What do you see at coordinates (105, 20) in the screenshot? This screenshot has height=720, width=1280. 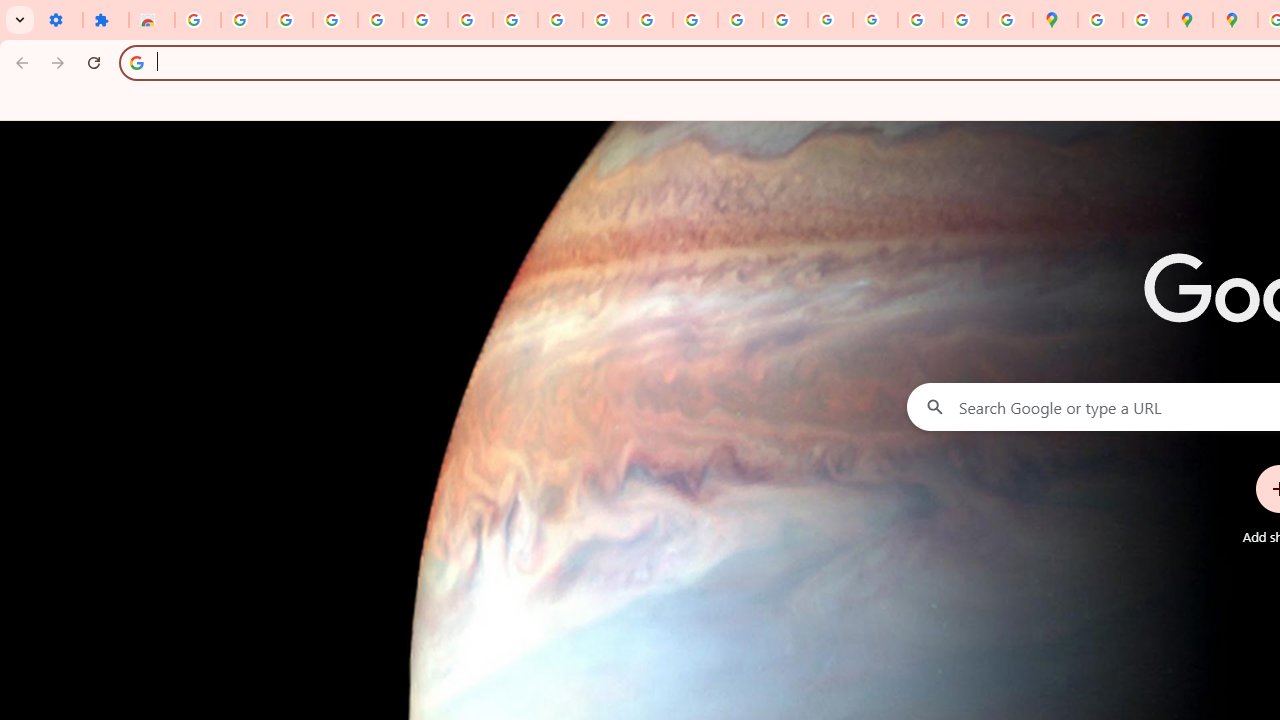 I see `'Extensions'` at bounding box center [105, 20].